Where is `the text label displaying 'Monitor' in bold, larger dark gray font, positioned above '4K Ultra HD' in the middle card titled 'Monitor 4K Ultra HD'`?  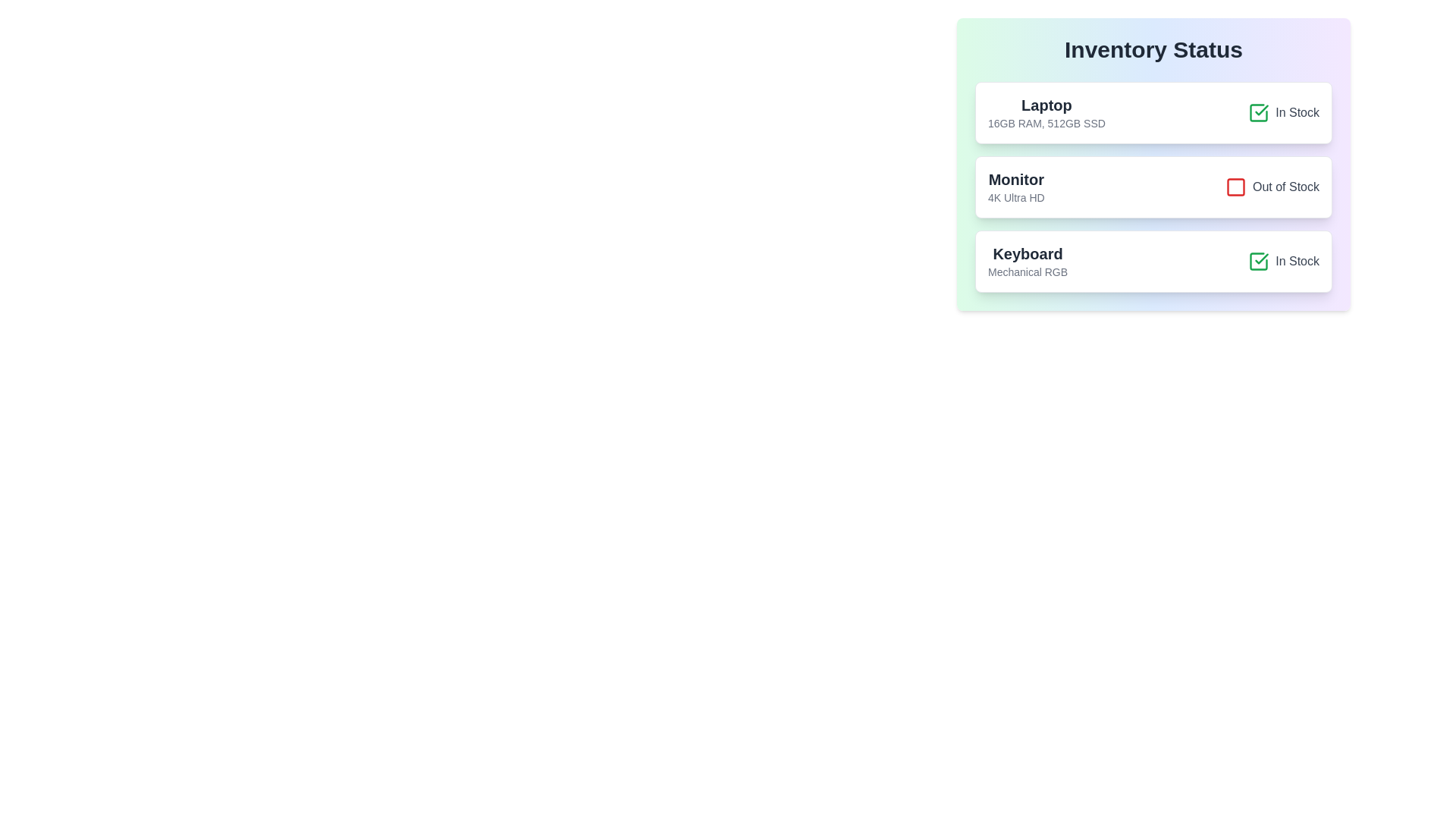
the text label displaying 'Monitor' in bold, larger dark gray font, positioned above '4K Ultra HD' in the middle card titled 'Monitor 4K Ultra HD' is located at coordinates (1016, 178).